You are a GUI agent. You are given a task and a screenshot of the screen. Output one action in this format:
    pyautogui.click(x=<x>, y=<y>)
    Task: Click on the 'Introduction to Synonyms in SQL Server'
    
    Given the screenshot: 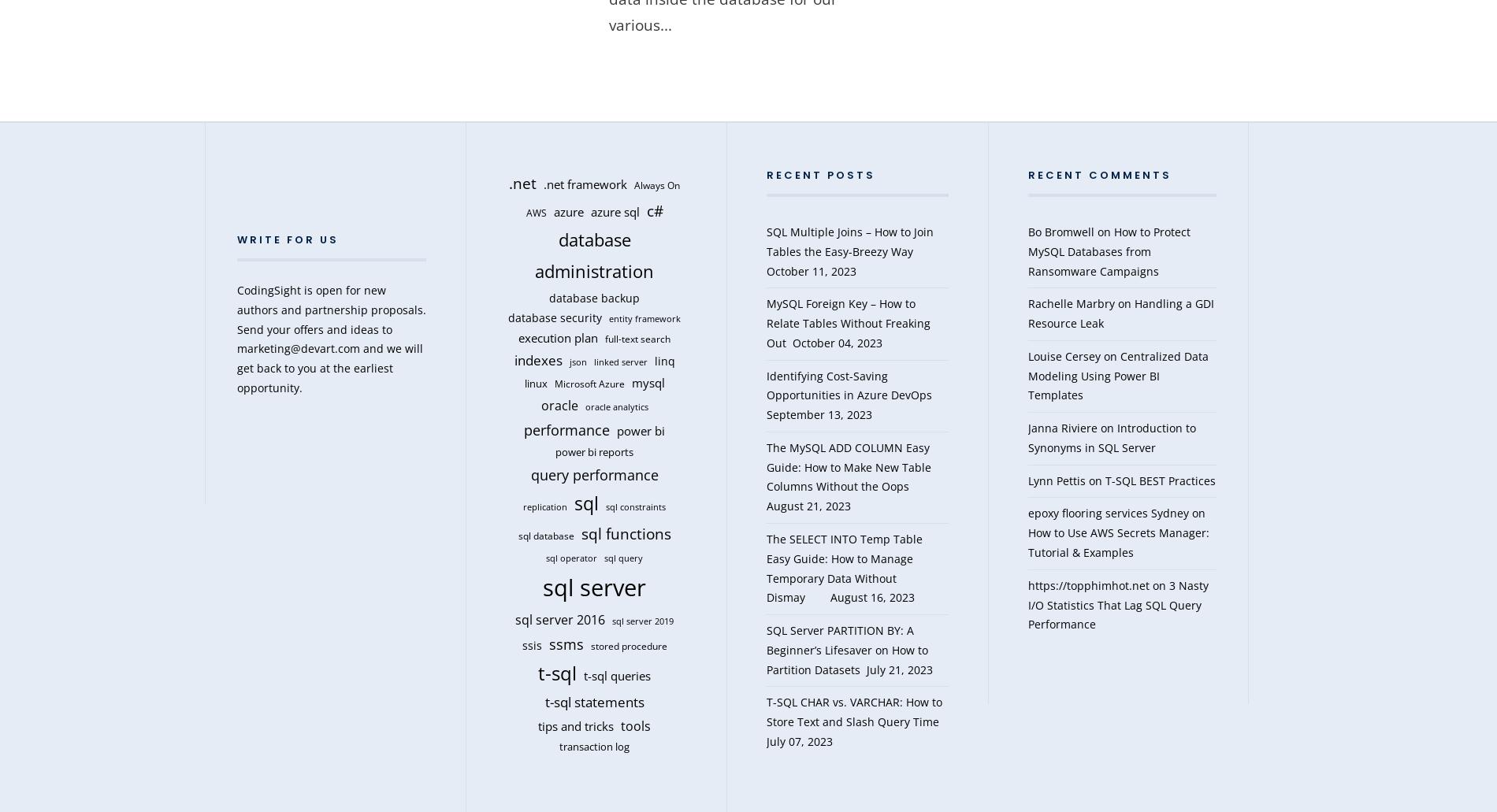 What is the action you would take?
    pyautogui.click(x=1110, y=436)
    